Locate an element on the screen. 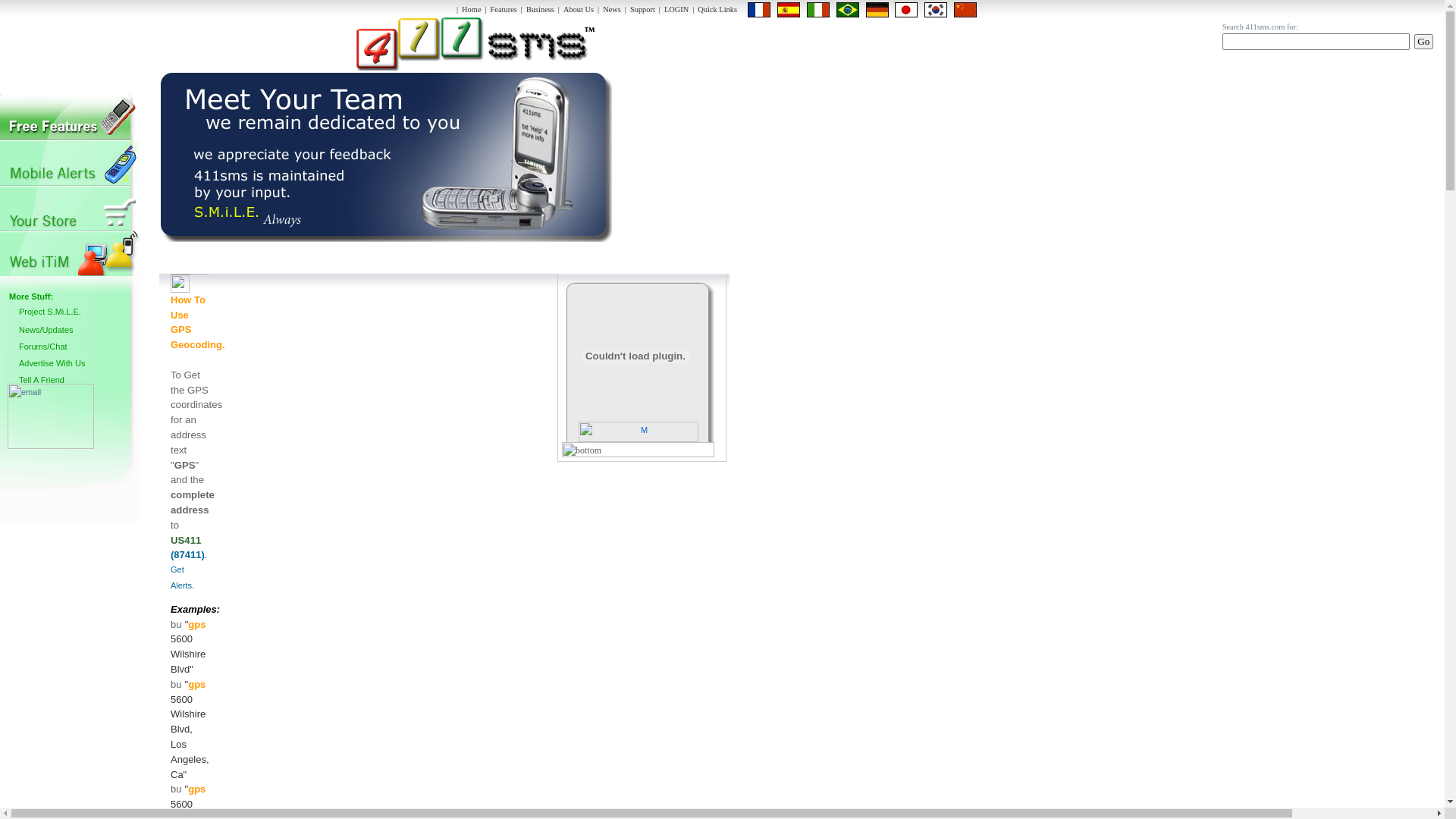  'en|ja' is located at coordinates (906, 9).